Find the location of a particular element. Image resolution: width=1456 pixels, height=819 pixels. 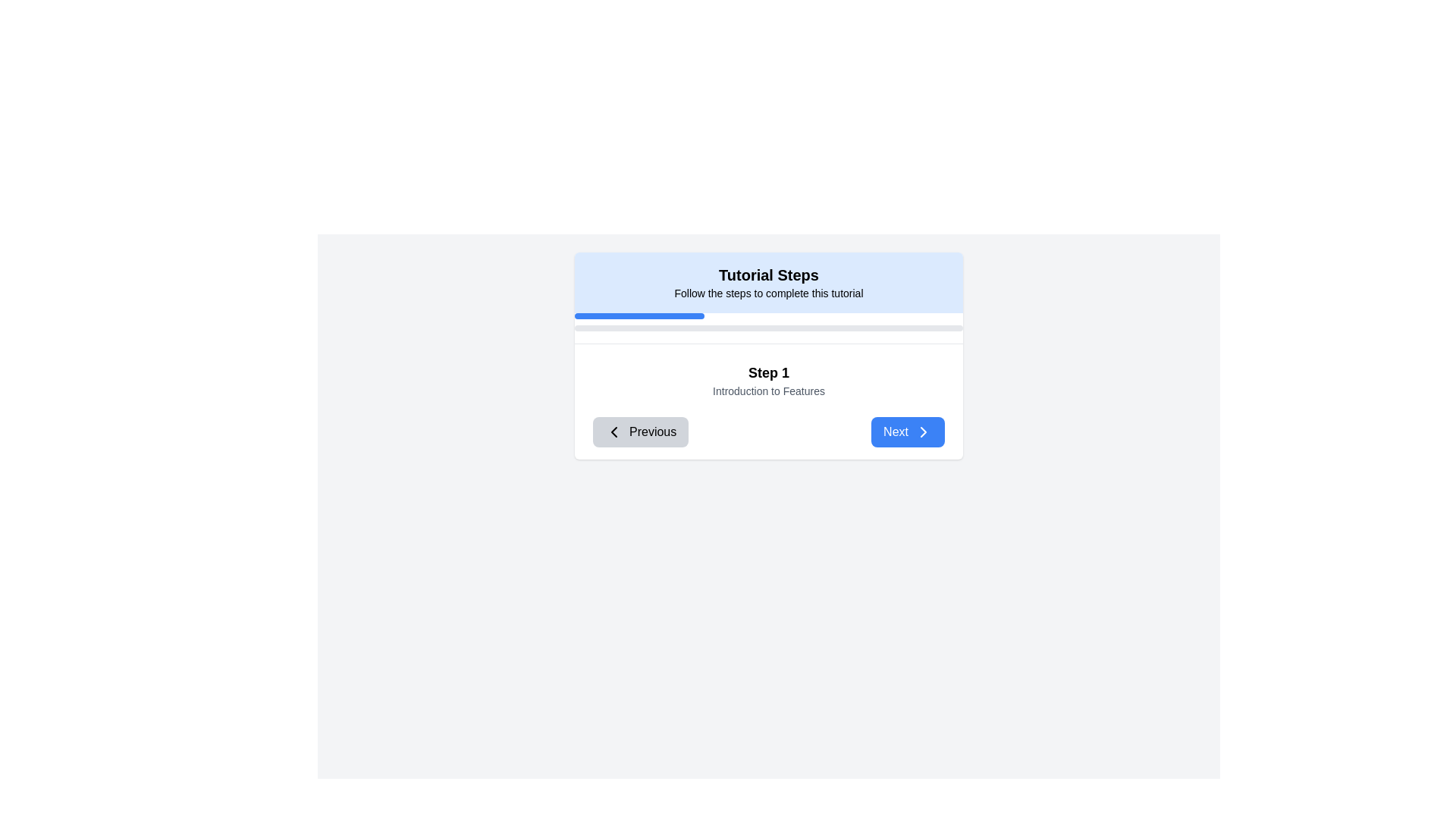

the 'Next' button, which has a blue background, white text, rounded corners, and includes a right-pointing chevron icon, to trigger a potential tooltip or style change is located at coordinates (908, 432).